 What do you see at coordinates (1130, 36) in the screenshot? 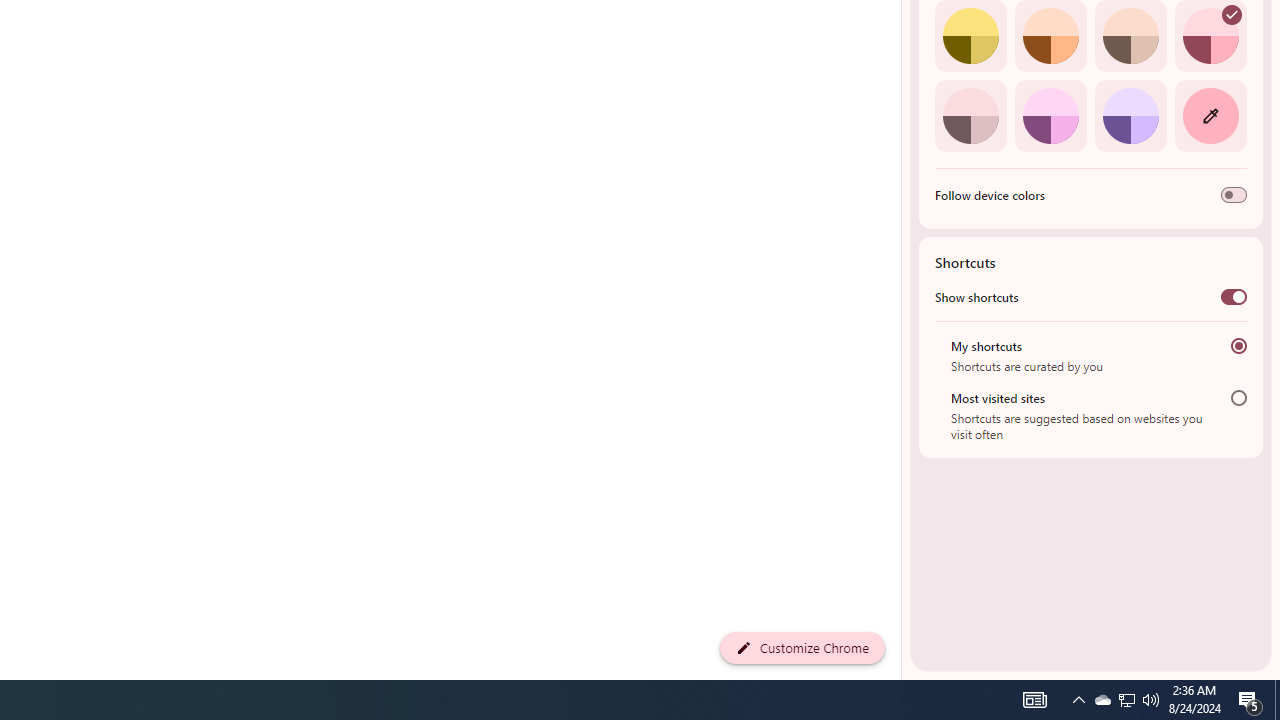
I see `'Apricot'` at bounding box center [1130, 36].